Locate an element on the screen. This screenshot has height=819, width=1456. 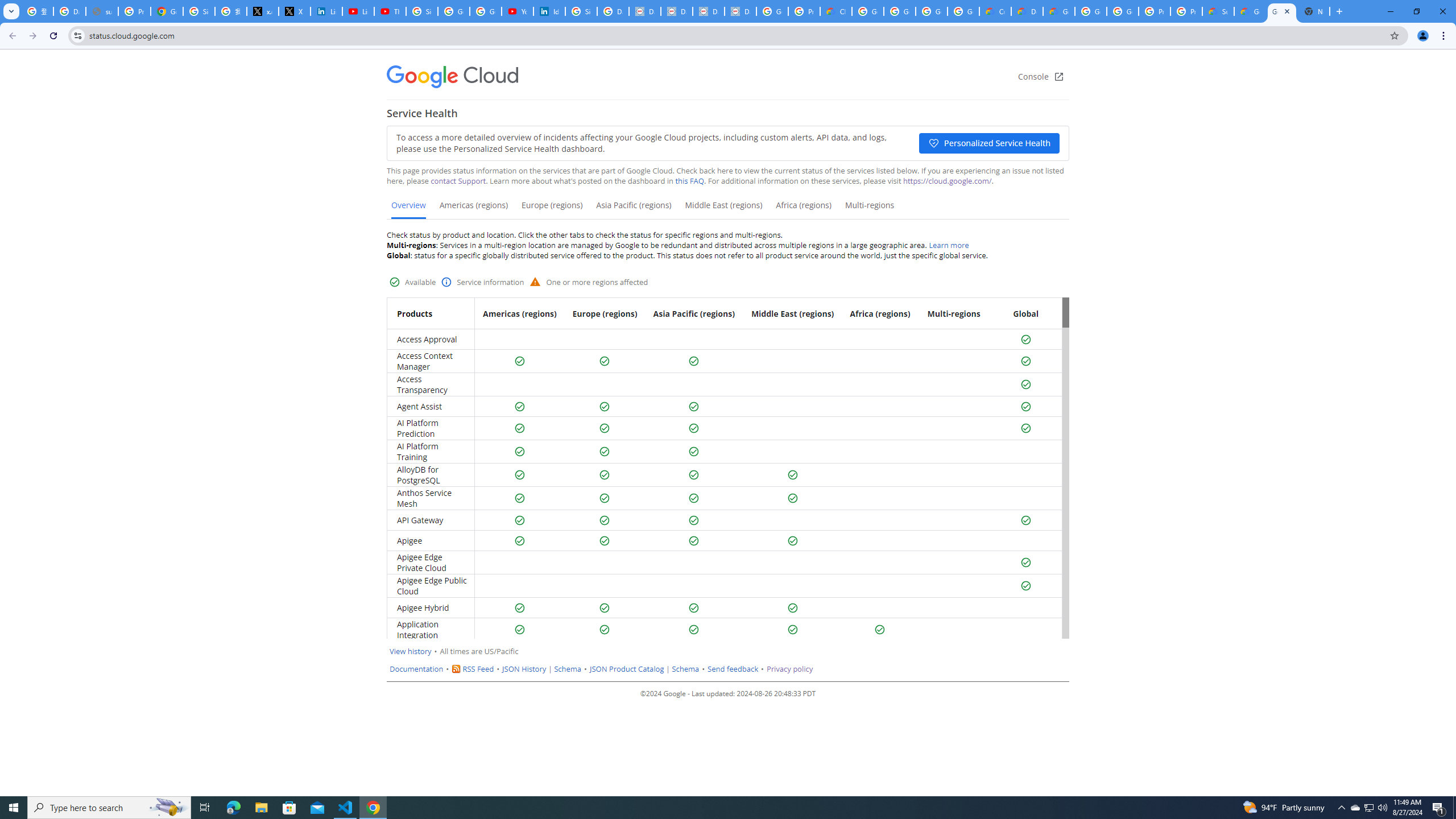
'Cloud Data Processing Addendum | Google Cloud' is located at coordinates (835, 11).